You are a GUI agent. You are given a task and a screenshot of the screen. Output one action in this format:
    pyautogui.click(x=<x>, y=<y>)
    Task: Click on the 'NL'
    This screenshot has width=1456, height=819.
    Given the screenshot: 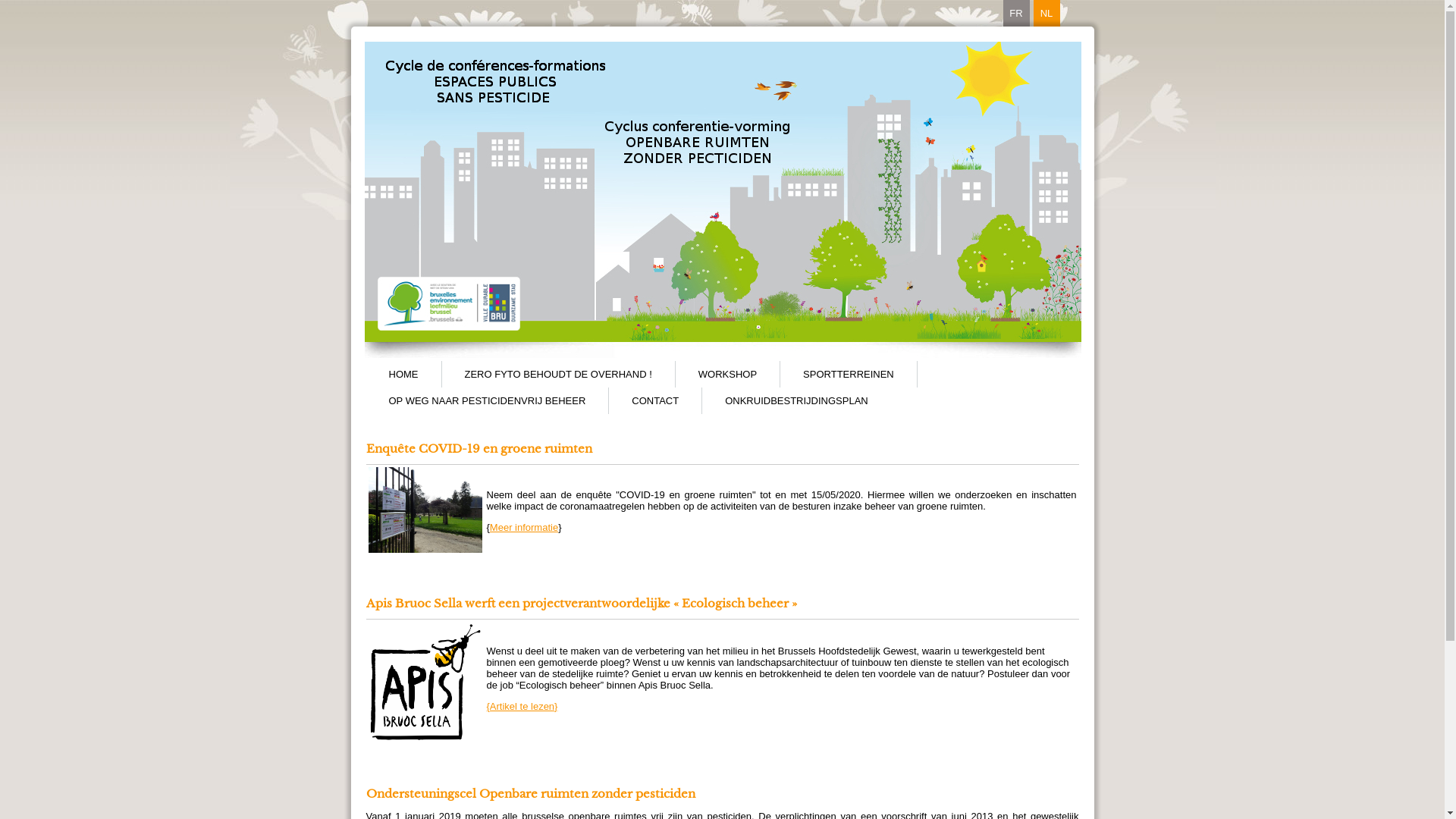 What is the action you would take?
    pyautogui.click(x=1045, y=13)
    